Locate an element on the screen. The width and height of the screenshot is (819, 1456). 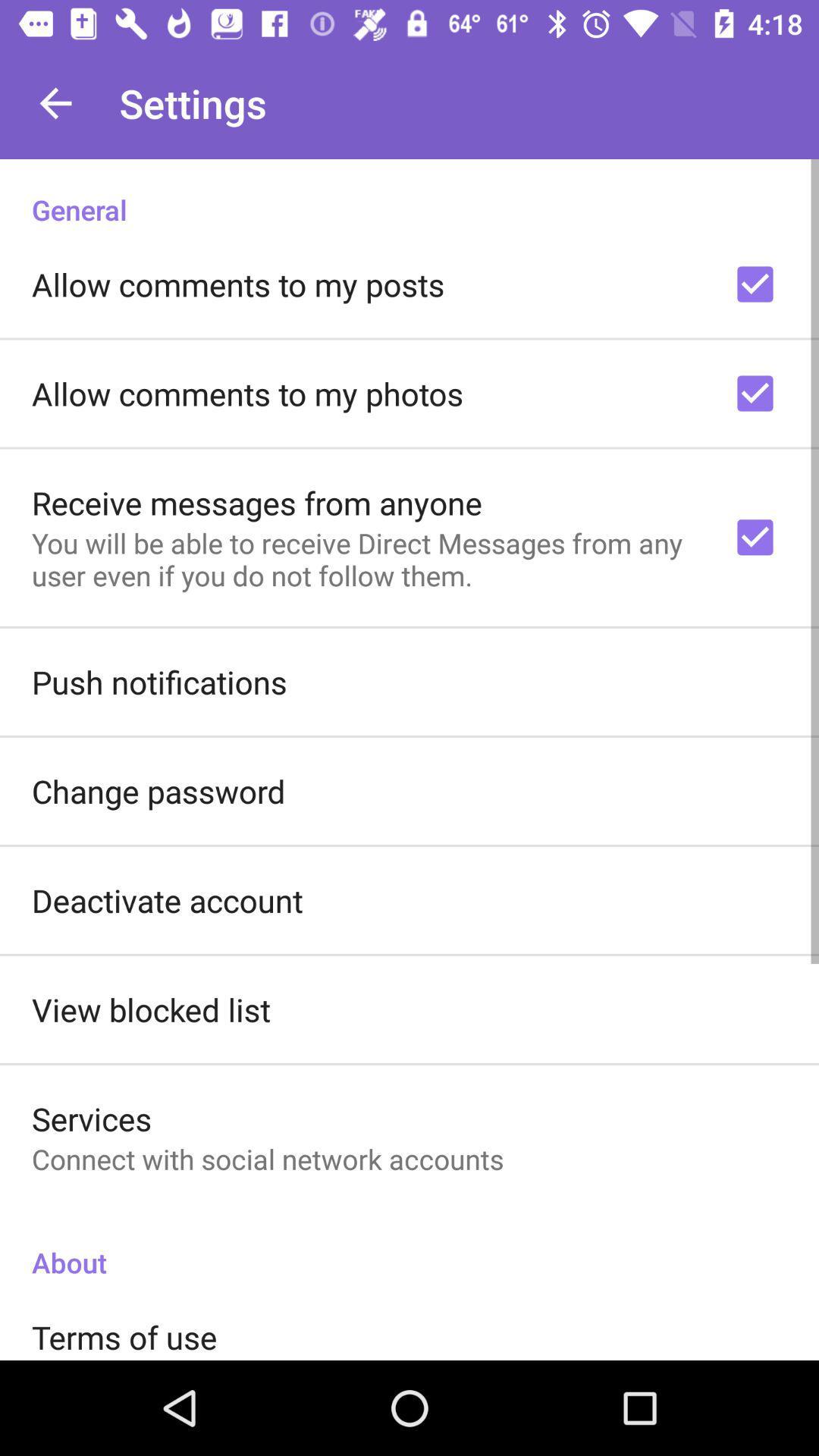
item below about icon is located at coordinates (124, 1337).